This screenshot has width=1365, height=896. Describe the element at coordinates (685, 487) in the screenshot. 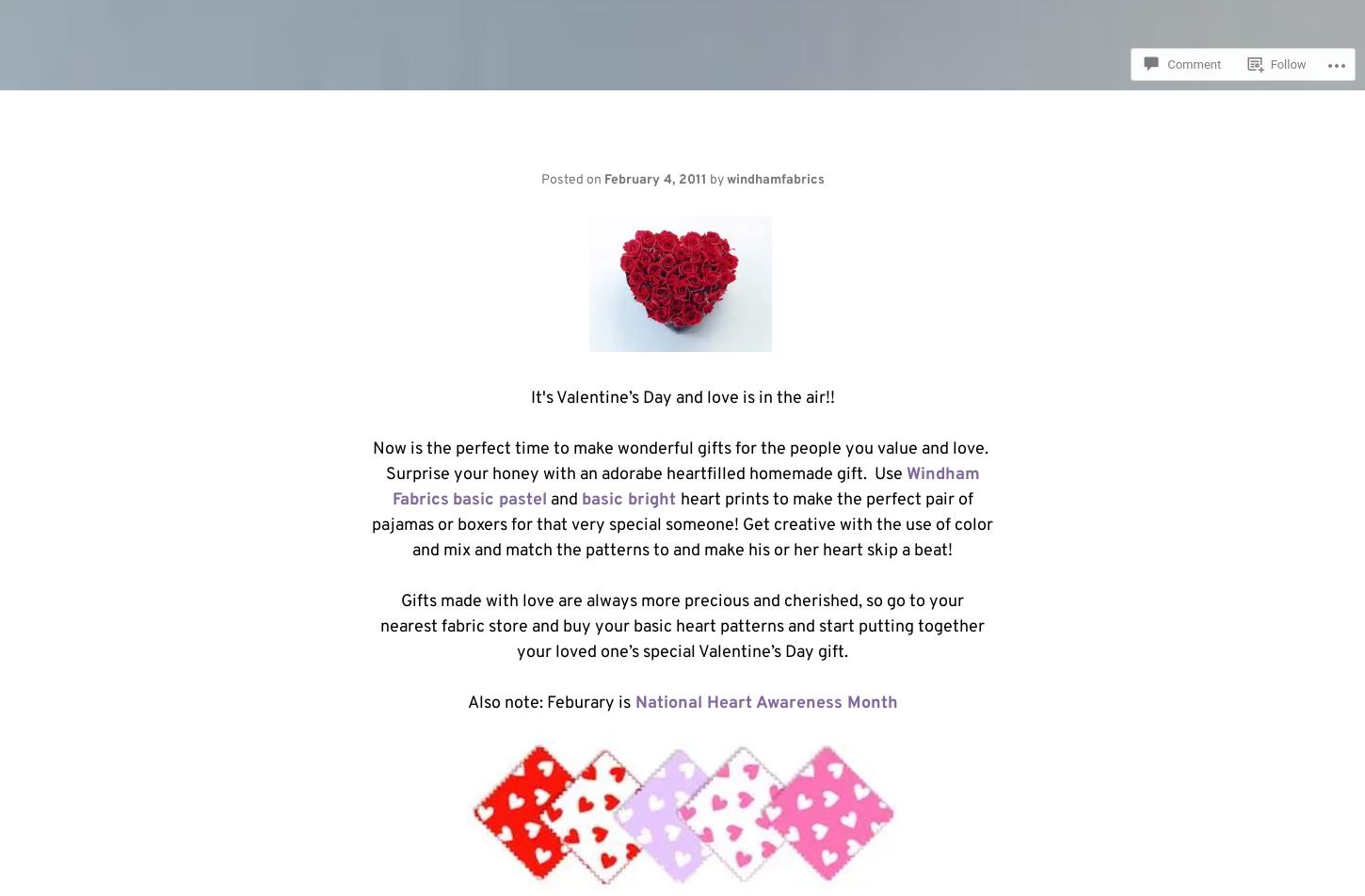

I see `'Windham Fabrics'` at that location.